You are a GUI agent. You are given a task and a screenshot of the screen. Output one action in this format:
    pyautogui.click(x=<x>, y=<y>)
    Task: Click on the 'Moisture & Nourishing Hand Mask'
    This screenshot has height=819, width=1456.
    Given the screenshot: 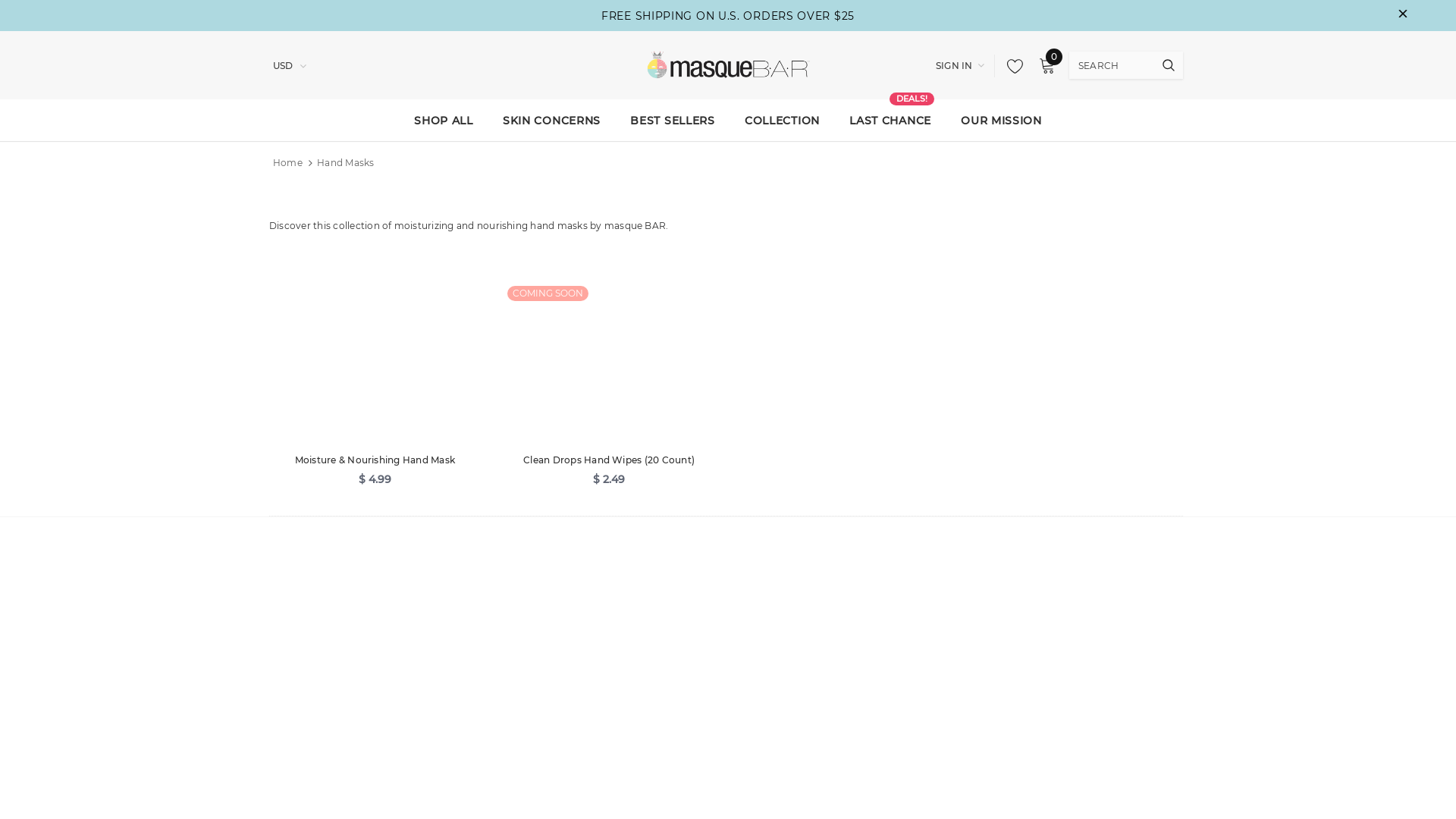 What is the action you would take?
    pyautogui.click(x=375, y=459)
    